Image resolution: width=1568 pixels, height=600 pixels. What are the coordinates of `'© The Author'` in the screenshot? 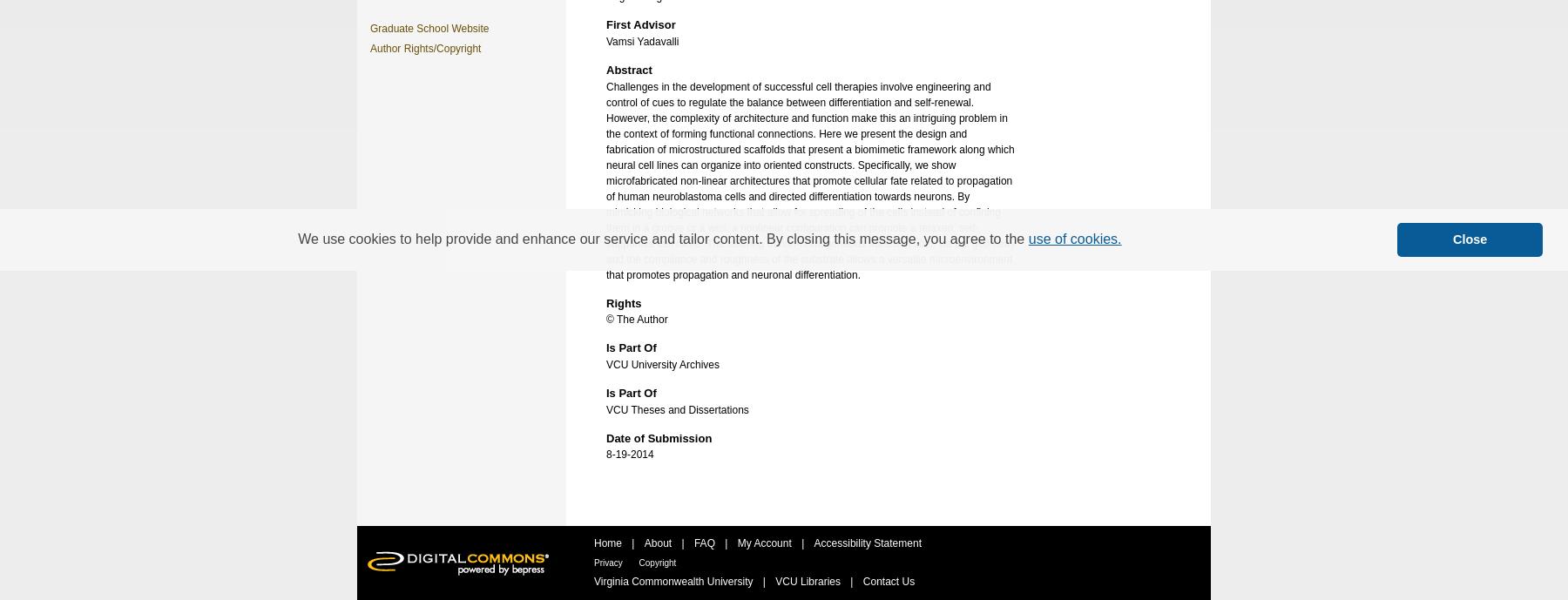 It's located at (635, 319).